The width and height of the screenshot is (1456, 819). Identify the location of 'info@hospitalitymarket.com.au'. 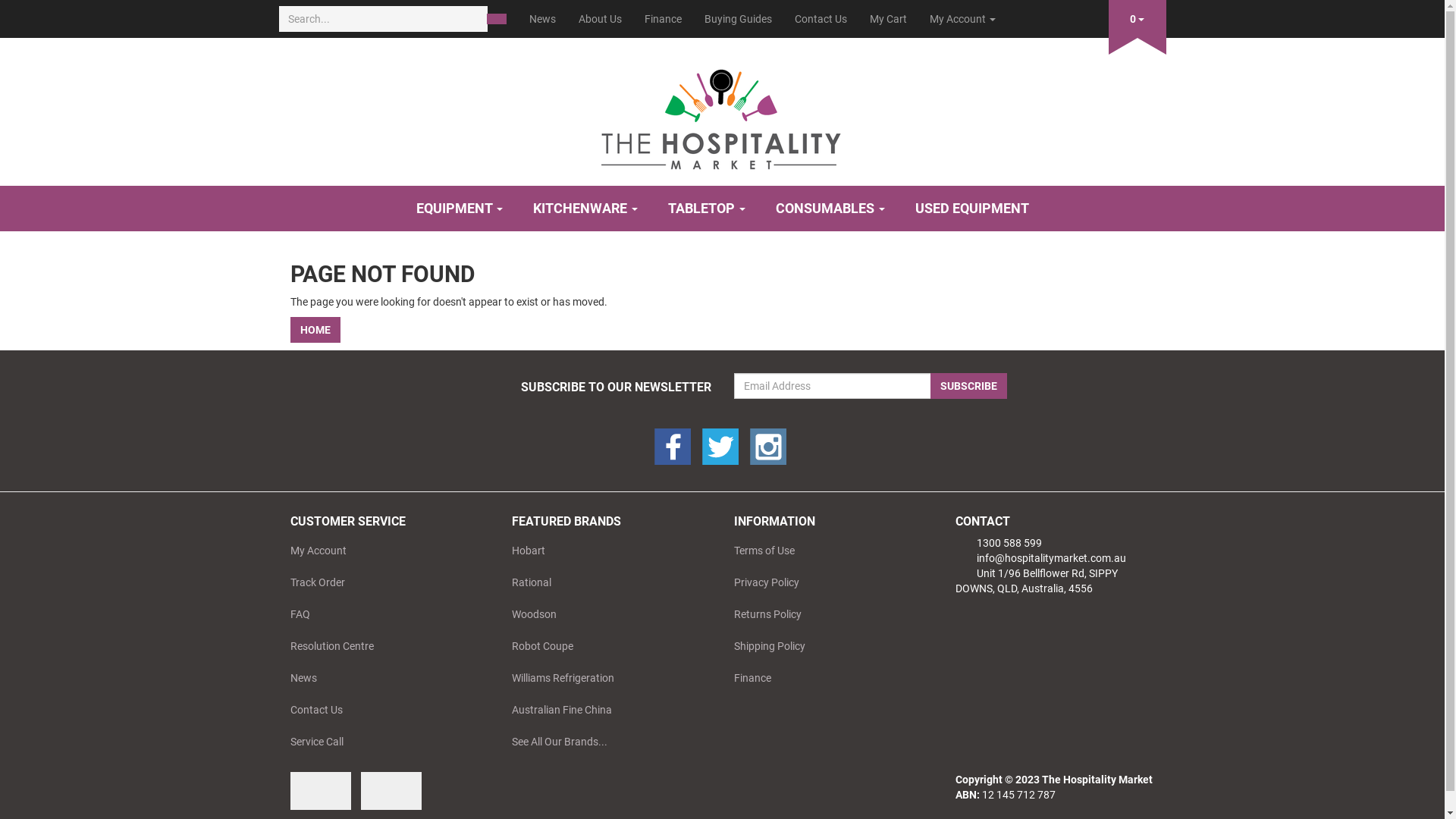
(954, 558).